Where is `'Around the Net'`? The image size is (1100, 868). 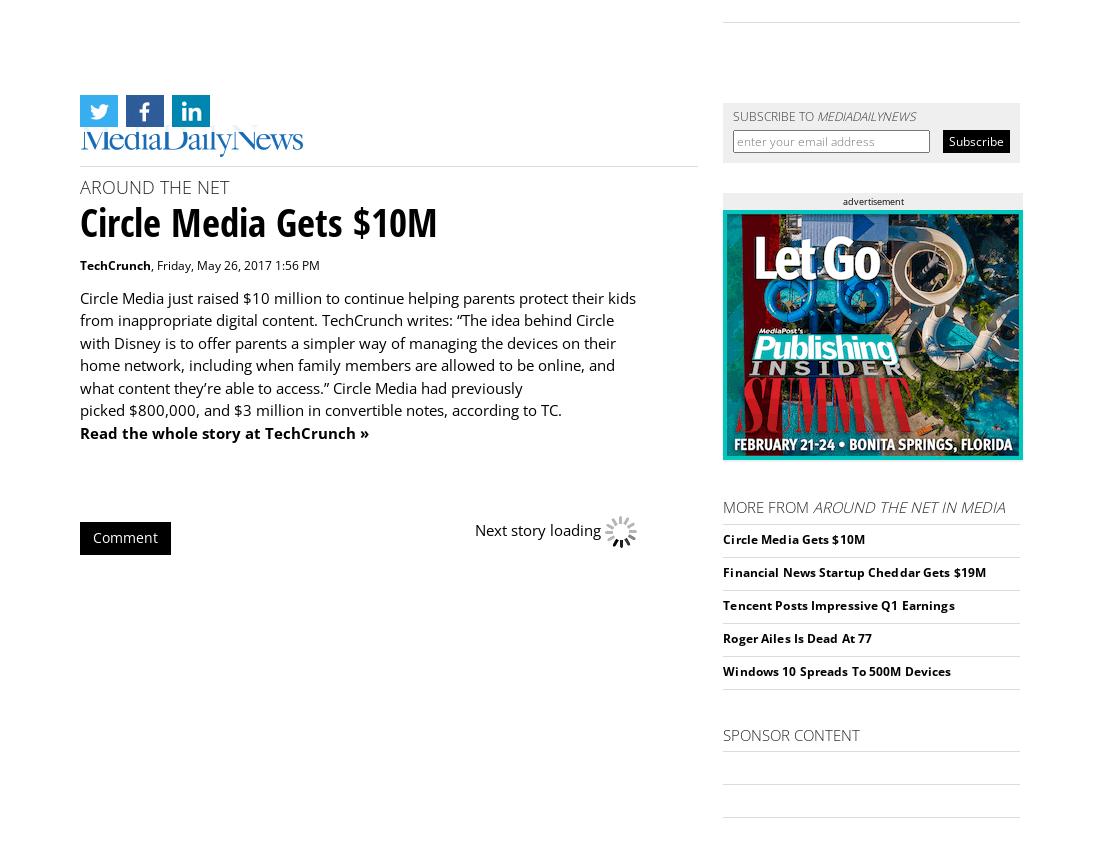
'Around the Net' is located at coordinates (153, 186).